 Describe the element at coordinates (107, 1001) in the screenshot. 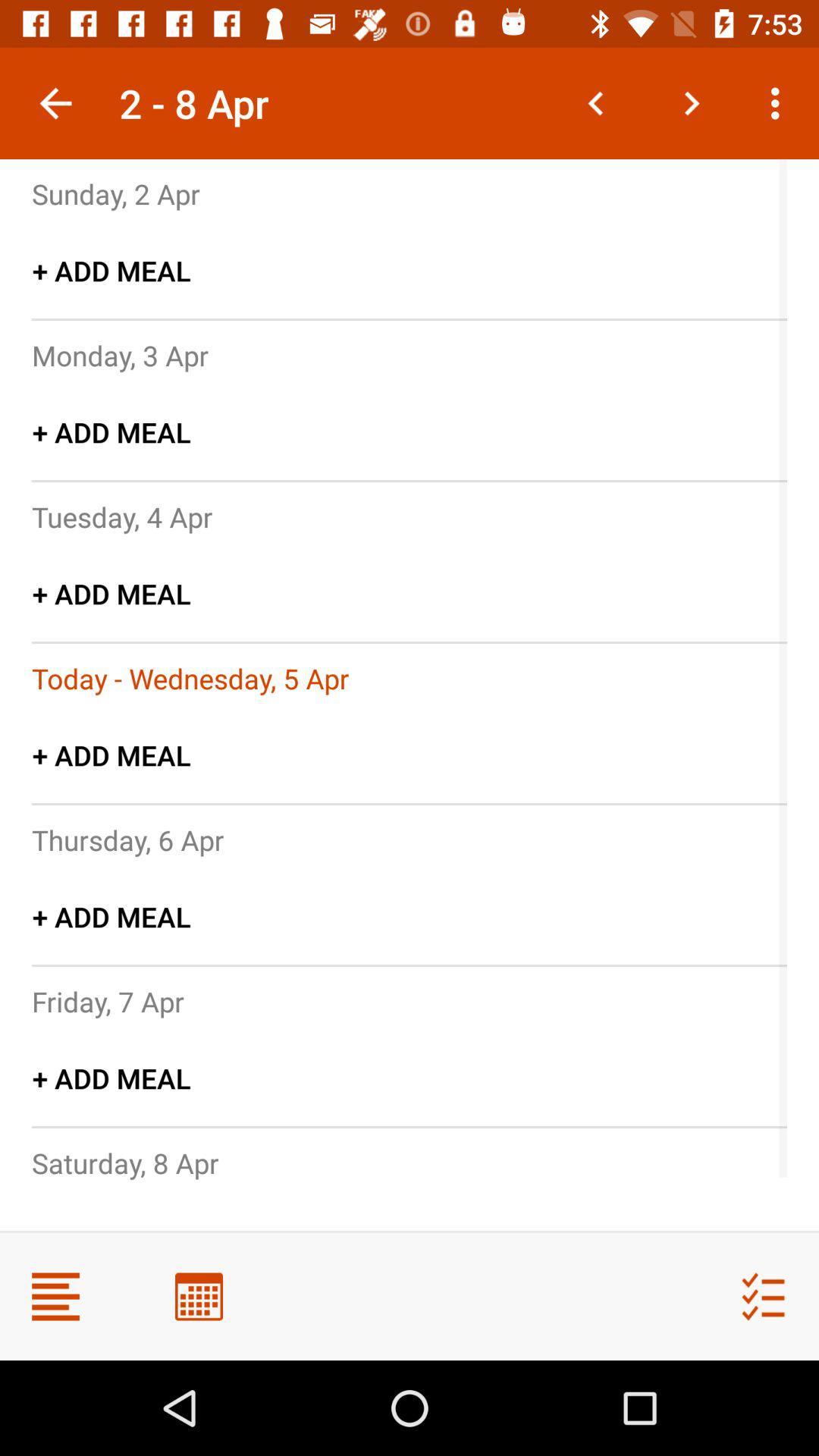

I see `the item above the + add meal` at that location.